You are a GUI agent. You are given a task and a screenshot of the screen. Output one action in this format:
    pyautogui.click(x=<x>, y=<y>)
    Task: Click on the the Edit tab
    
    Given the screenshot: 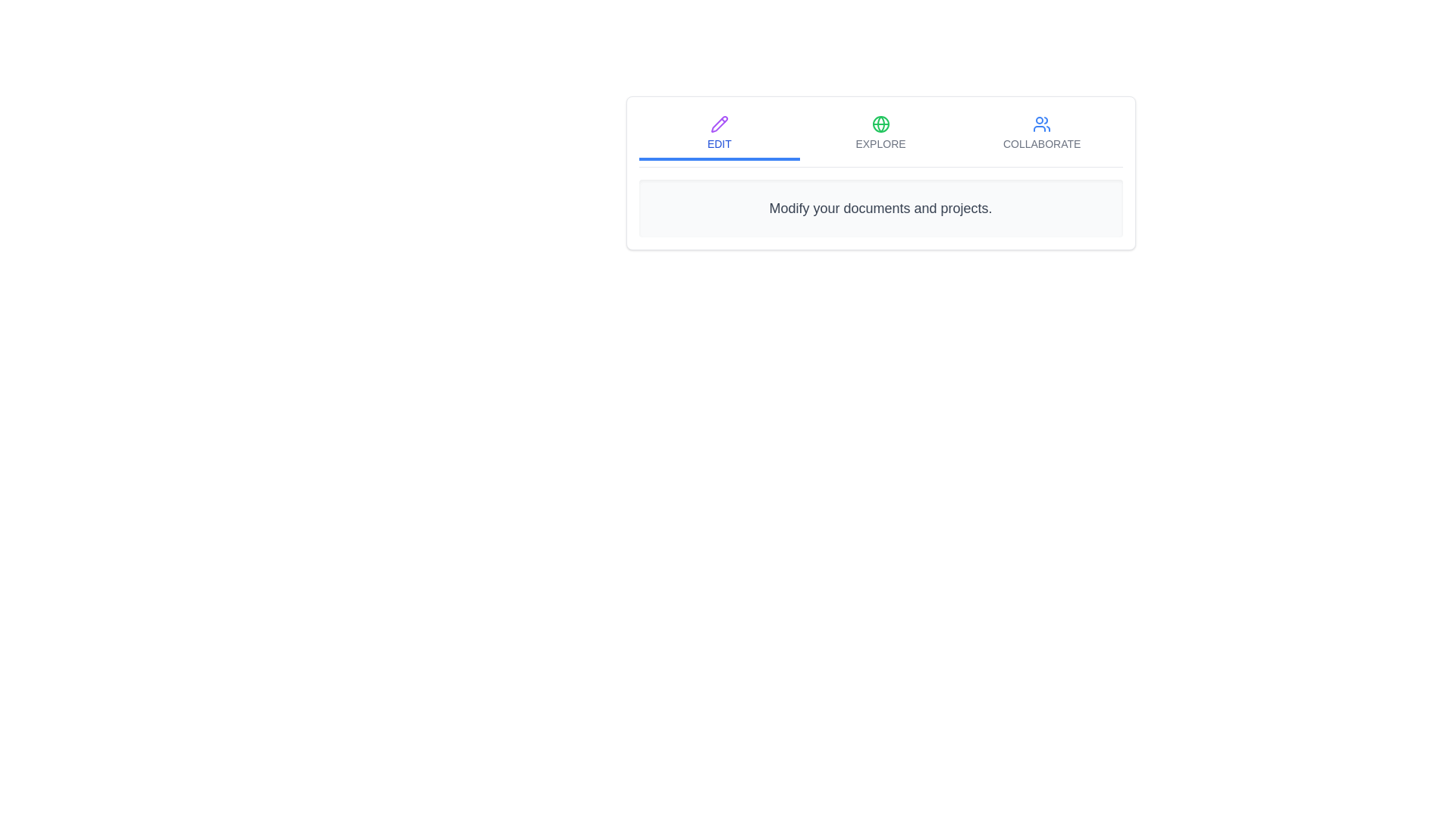 What is the action you would take?
    pyautogui.click(x=718, y=133)
    